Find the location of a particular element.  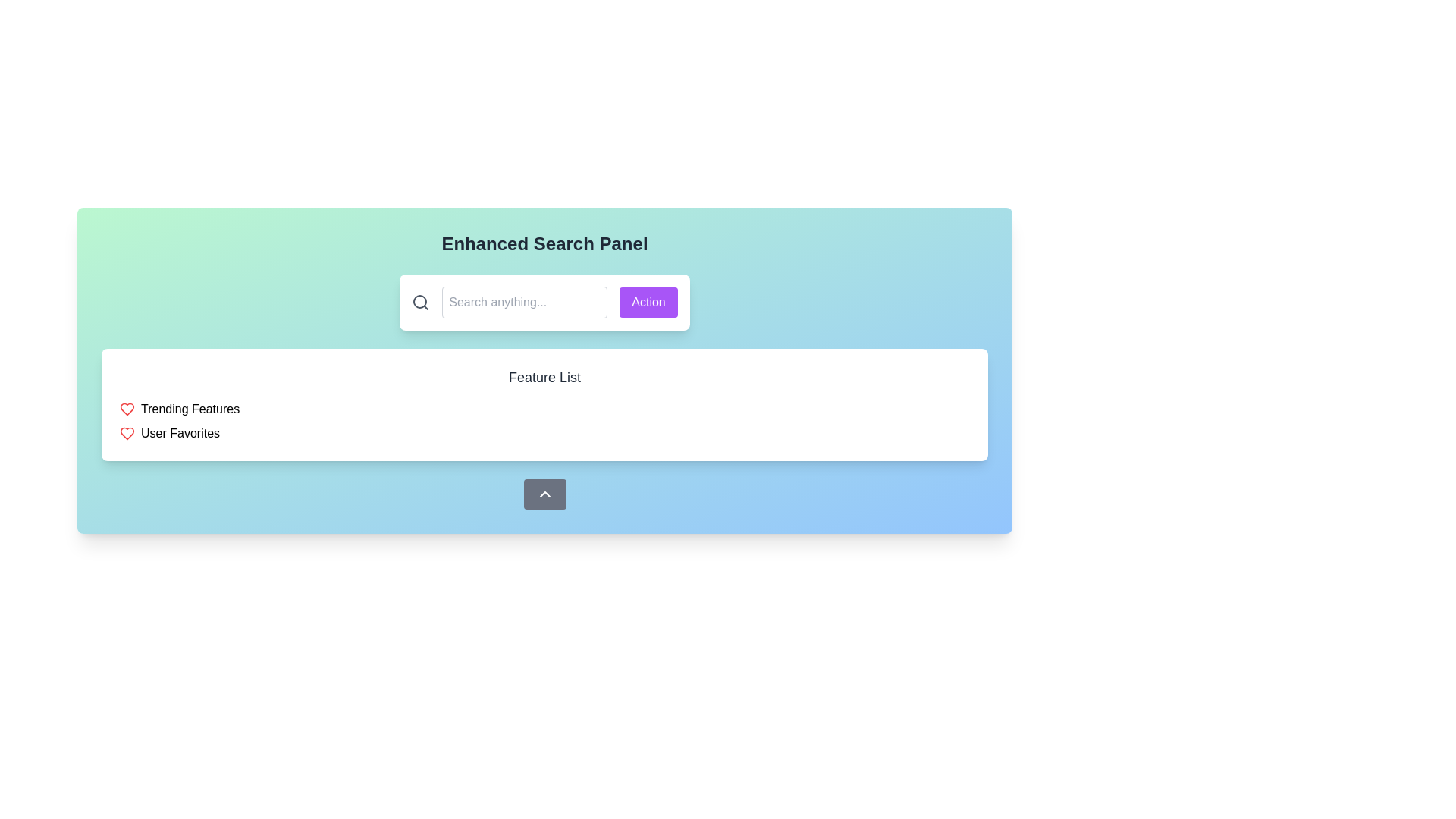

the chevron icon embedded within the button beneath the 'Feature List' section is located at coordinates (544, 494).